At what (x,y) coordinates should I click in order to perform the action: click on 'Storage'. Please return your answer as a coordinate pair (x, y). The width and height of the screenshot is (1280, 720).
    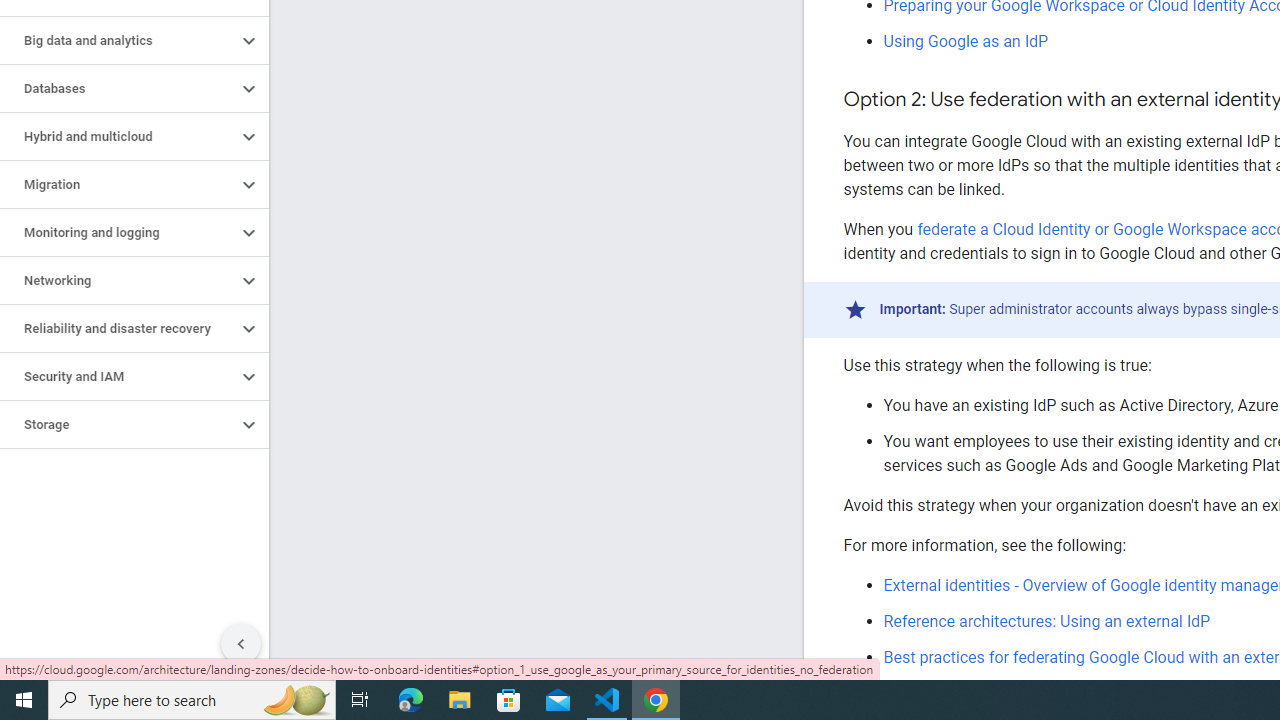
    Looking at the image, I should click on (117, 424).